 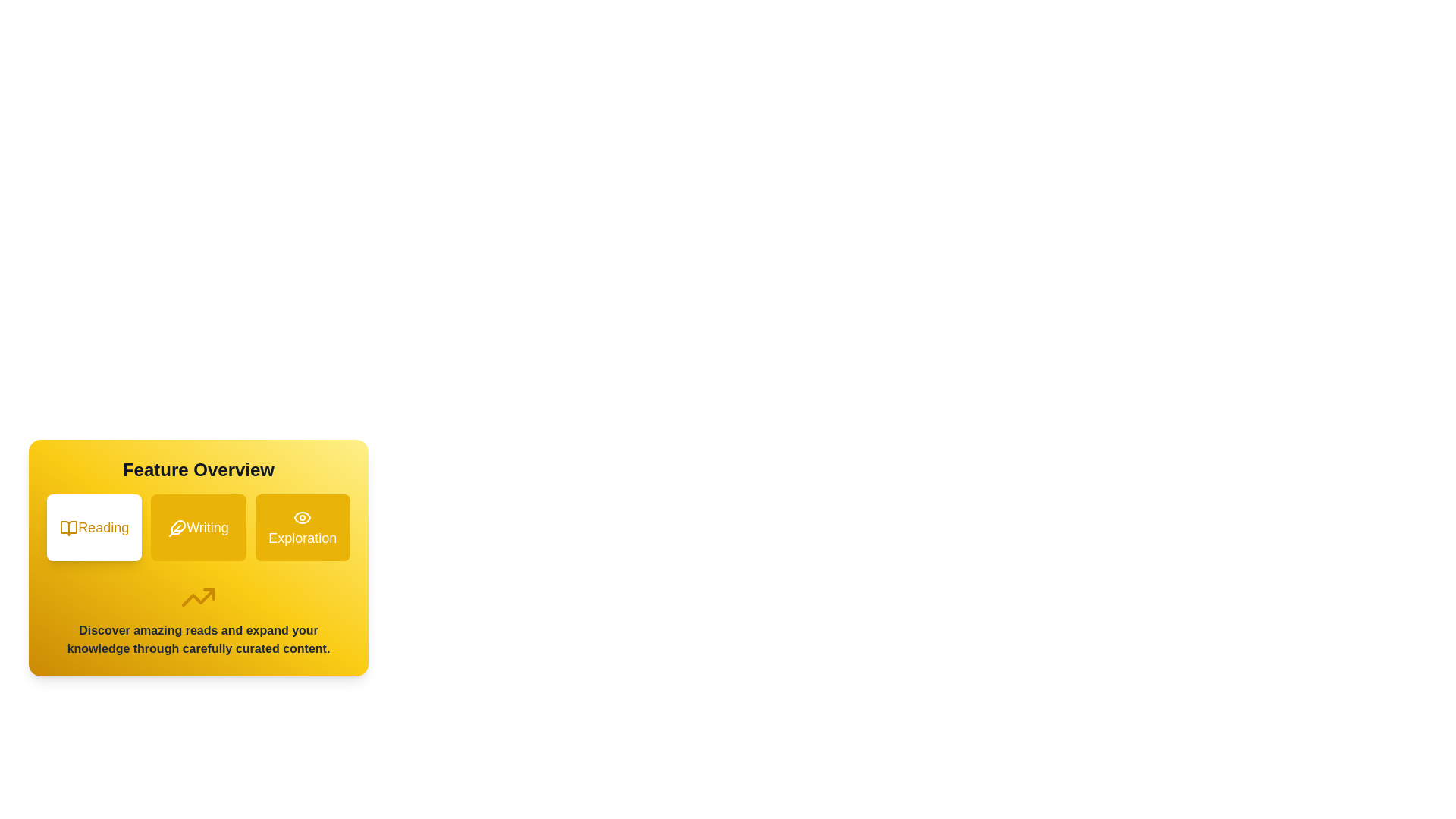 I want to click on the 'Reading' icon, so click(x=68, y=528).